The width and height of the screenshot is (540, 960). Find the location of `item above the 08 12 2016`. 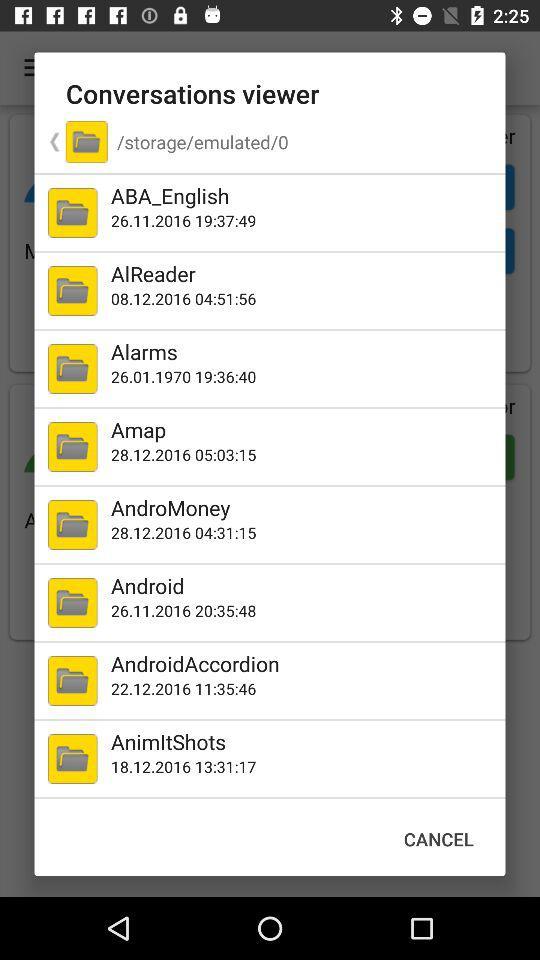

item above the 08 12 2016 is located at coordinates (303, 272).